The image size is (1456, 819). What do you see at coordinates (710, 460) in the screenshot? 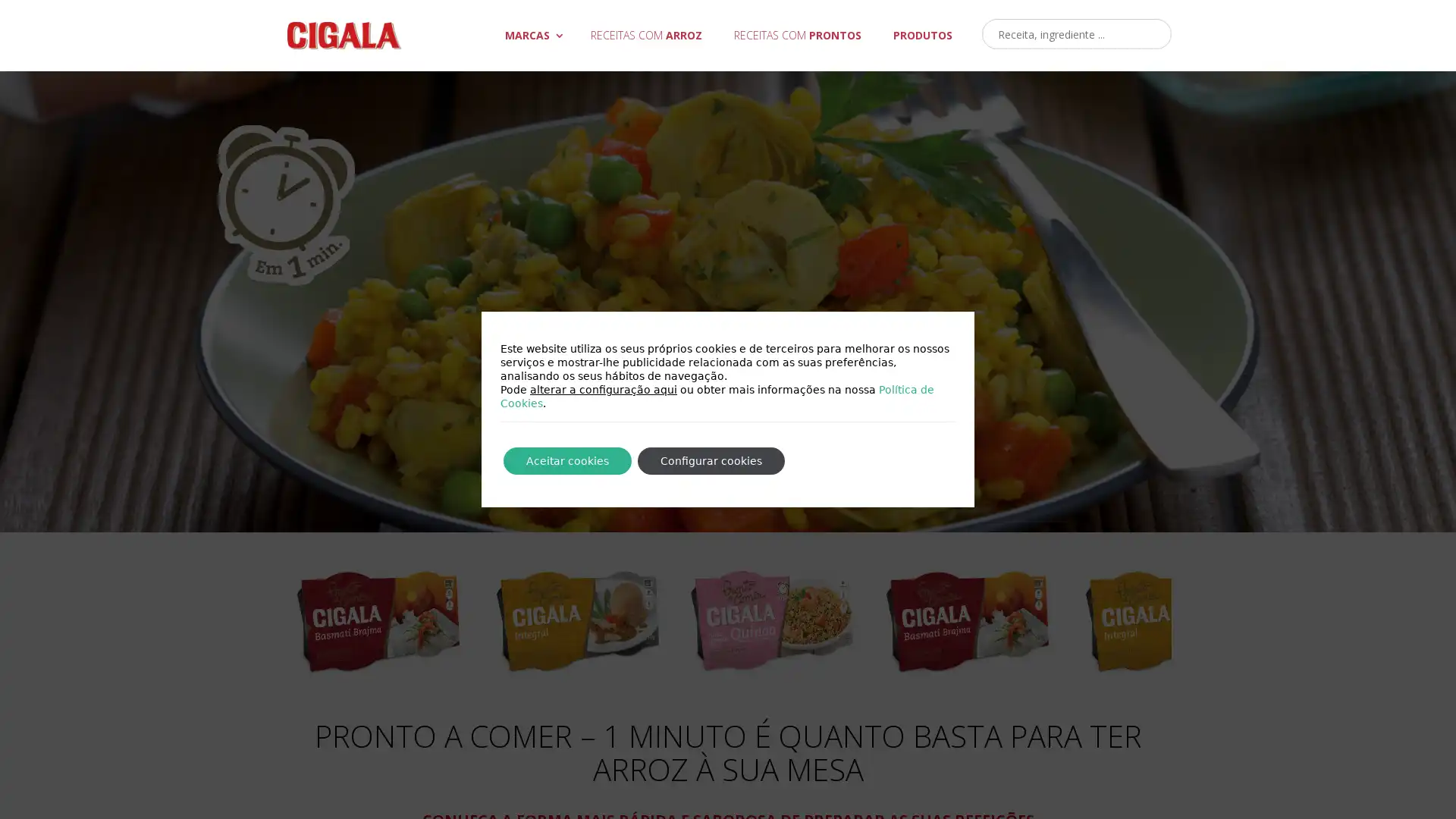
I see `Configurar cookies` at bounding box center [710, 460].